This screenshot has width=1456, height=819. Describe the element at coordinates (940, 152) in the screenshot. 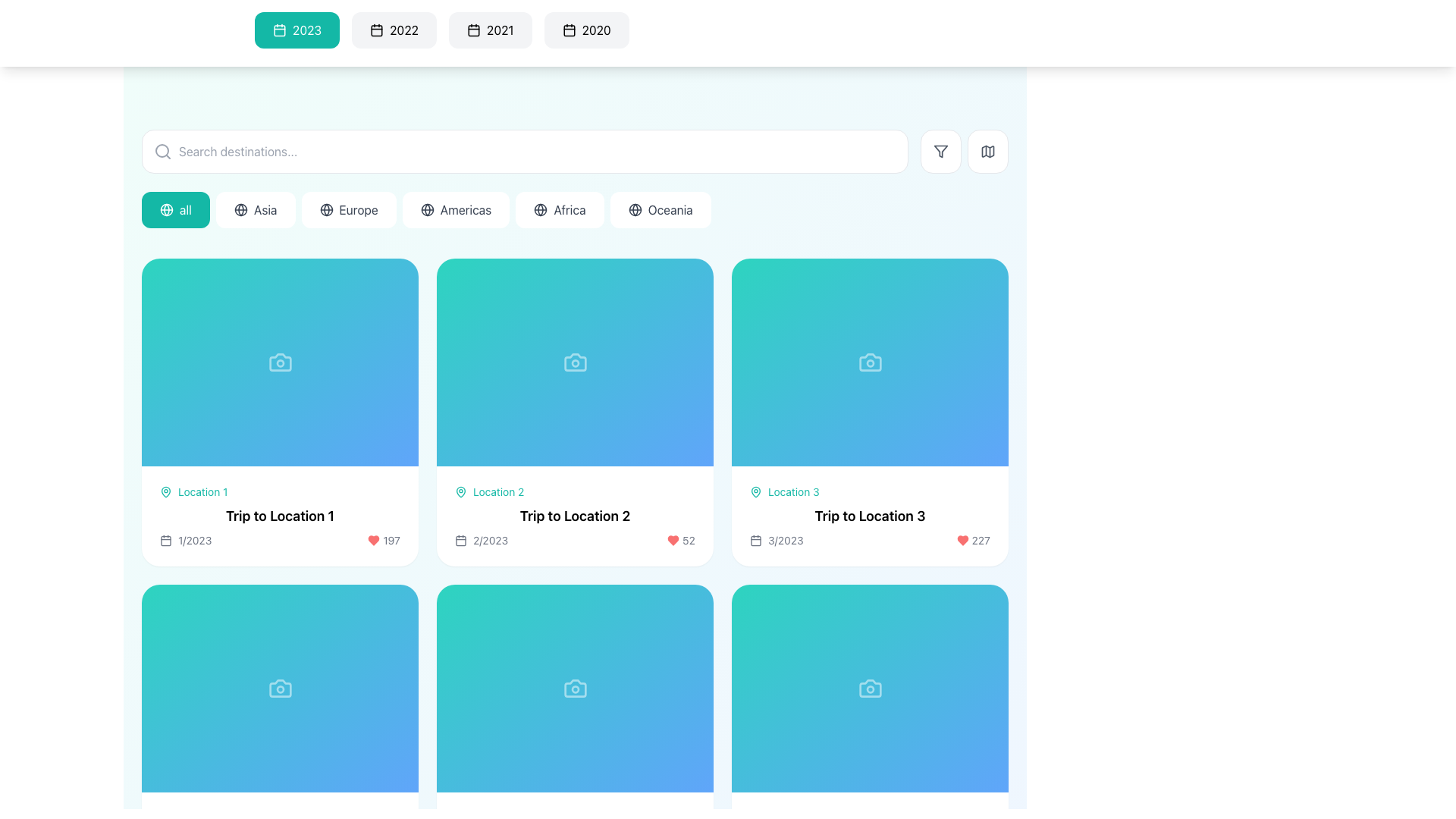

I see `the triangular-shaped funnel icon with a hollow interior, located in the top-right corner navigation bar` at that location.